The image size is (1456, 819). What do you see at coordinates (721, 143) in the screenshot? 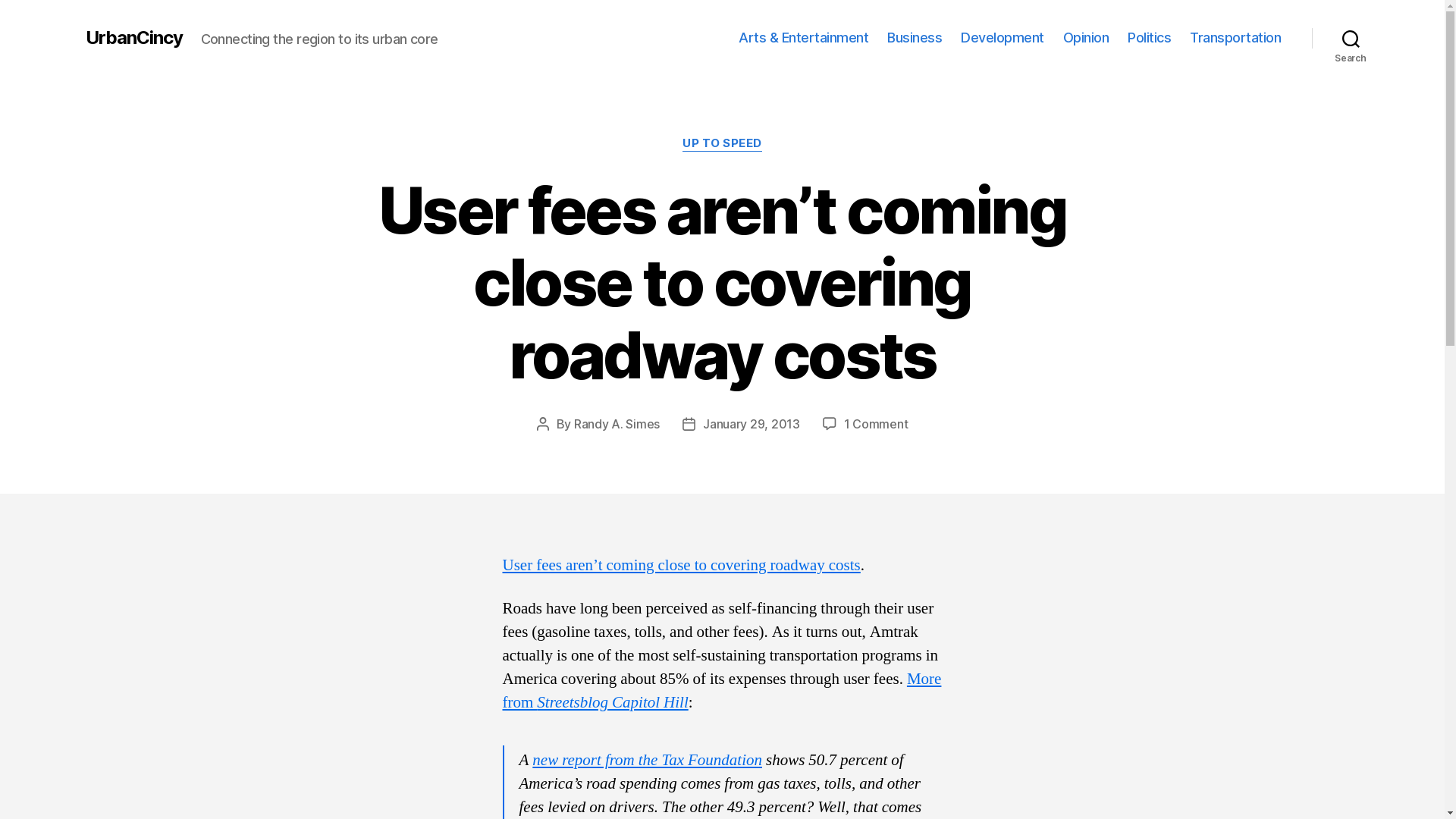
I see `'UP TO SPEED'` at bounding box center [721, 143].